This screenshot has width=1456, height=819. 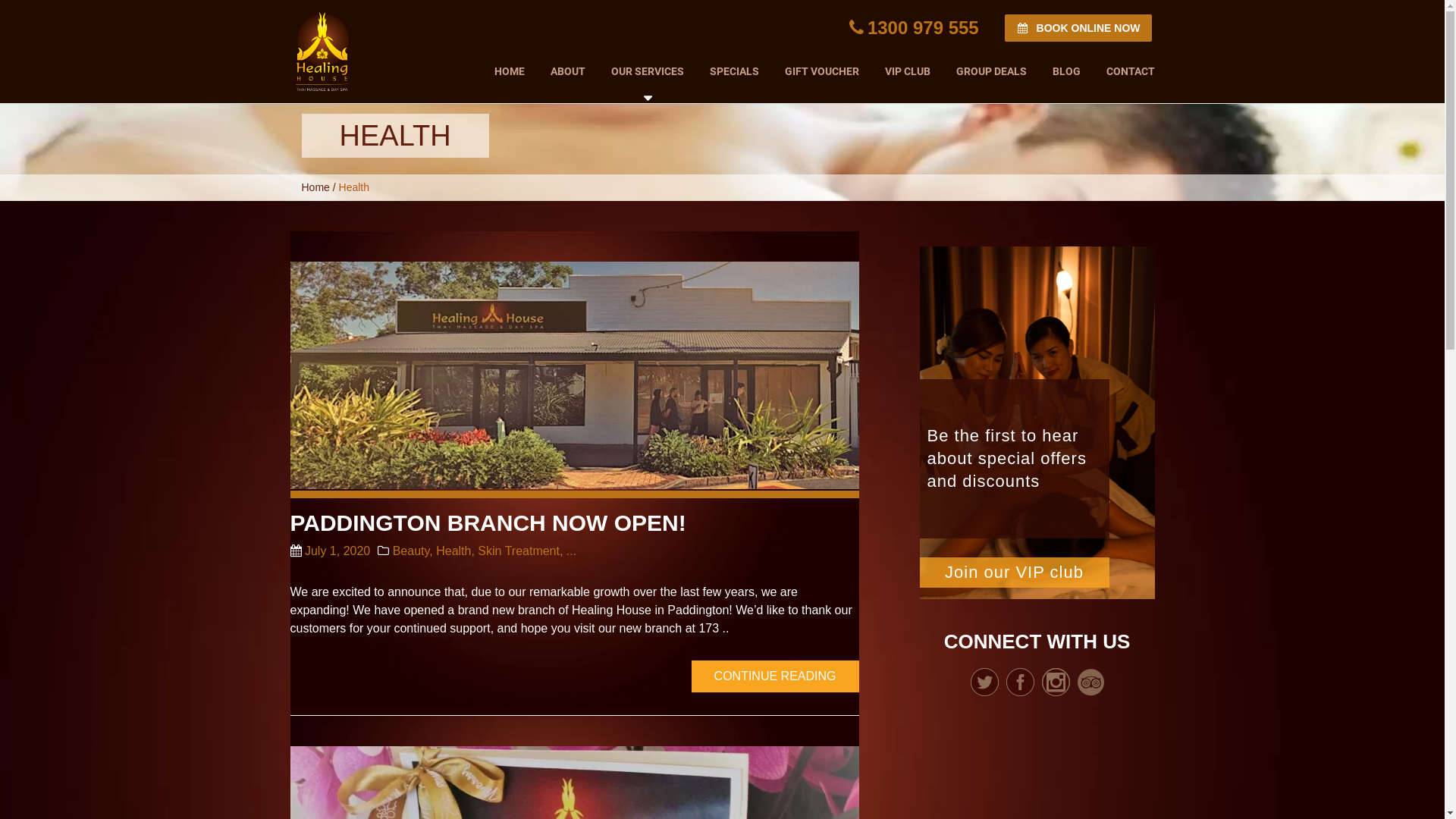 I want to click on 'VIP CLUB', so click(x=907, y=67).